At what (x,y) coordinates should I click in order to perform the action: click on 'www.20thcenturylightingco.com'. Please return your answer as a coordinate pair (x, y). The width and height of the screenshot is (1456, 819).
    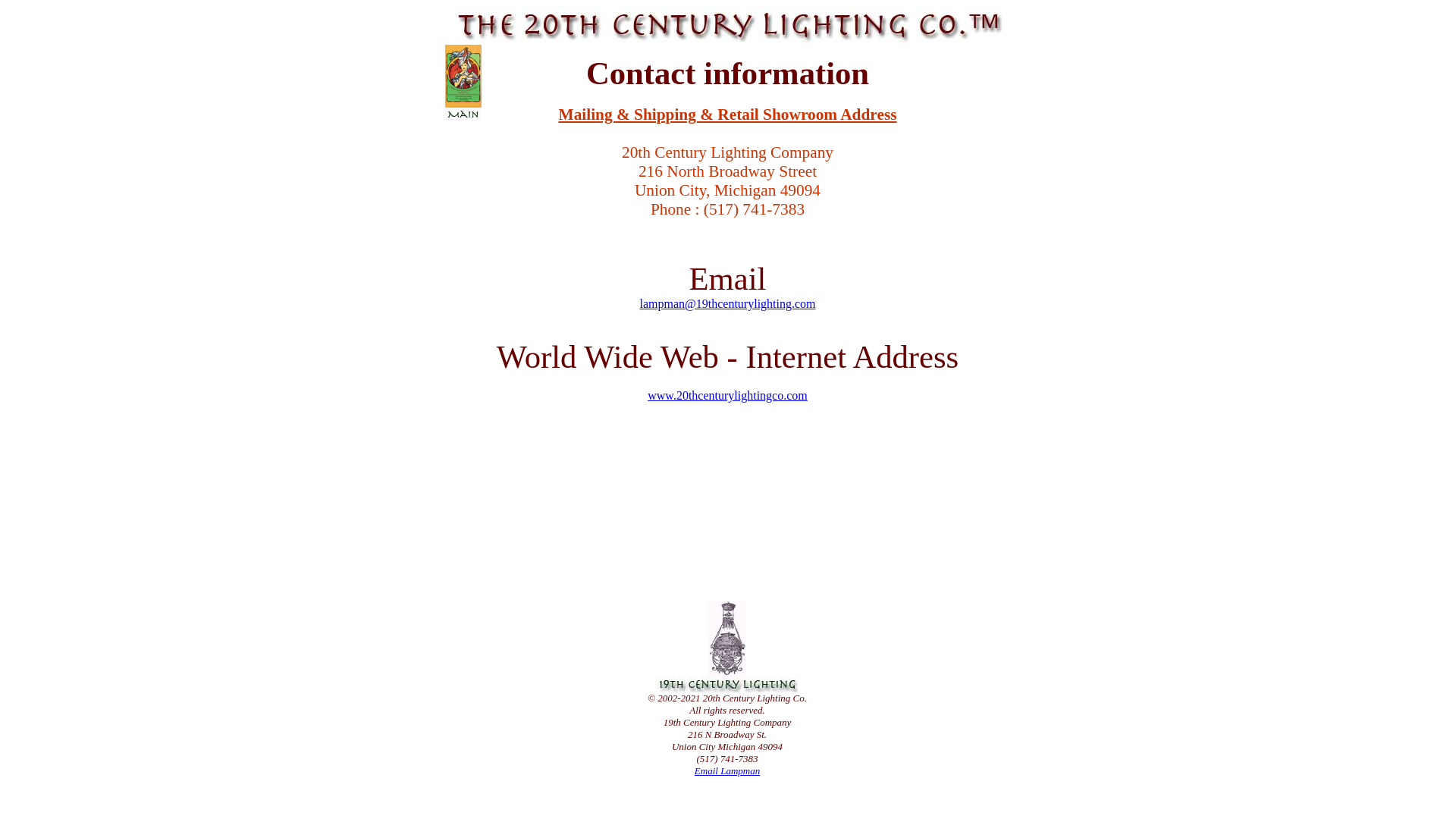
    Looking at the image, I should click on (726, 394).